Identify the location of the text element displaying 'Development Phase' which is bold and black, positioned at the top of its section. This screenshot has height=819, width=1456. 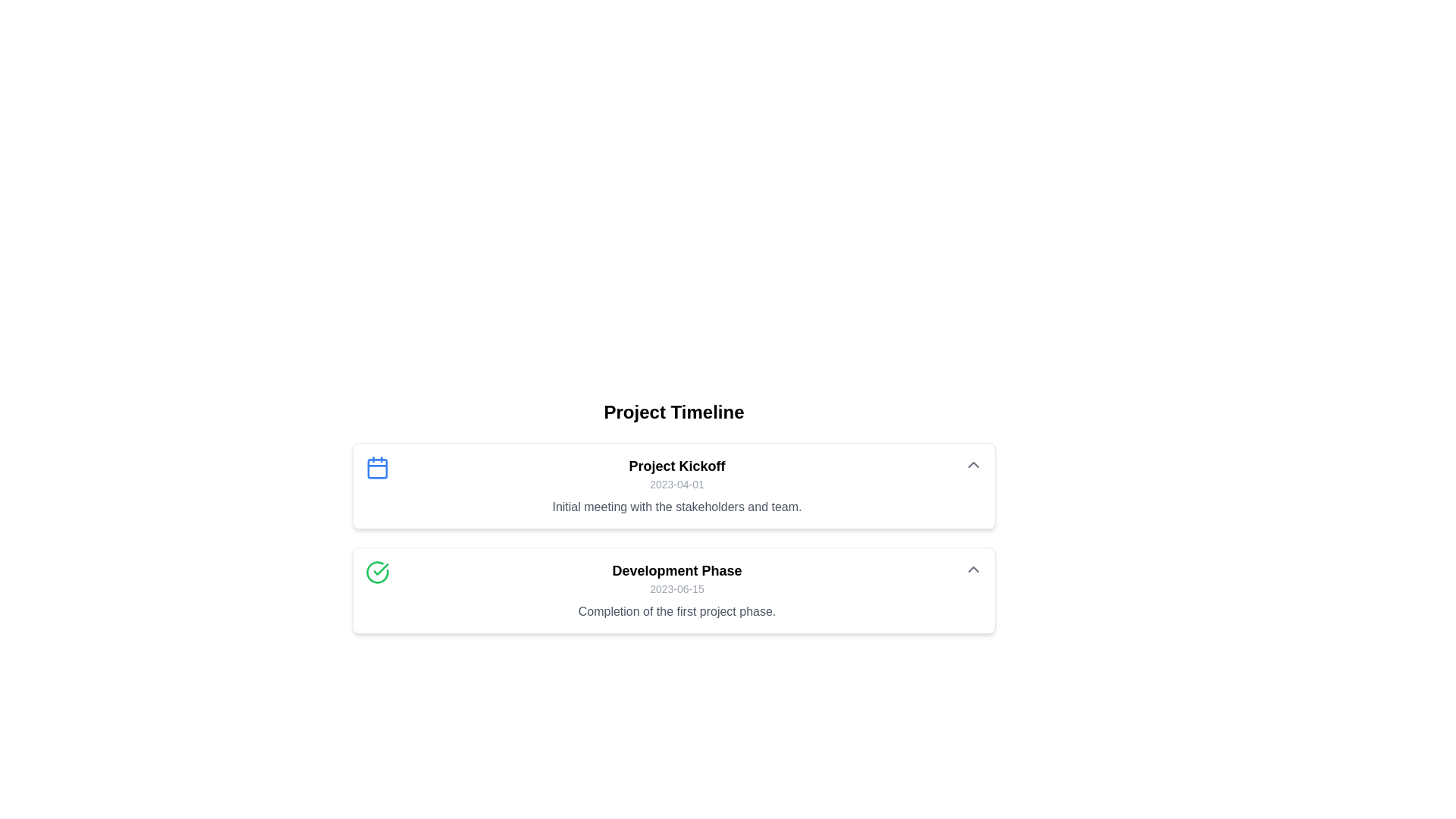
(676, 570).